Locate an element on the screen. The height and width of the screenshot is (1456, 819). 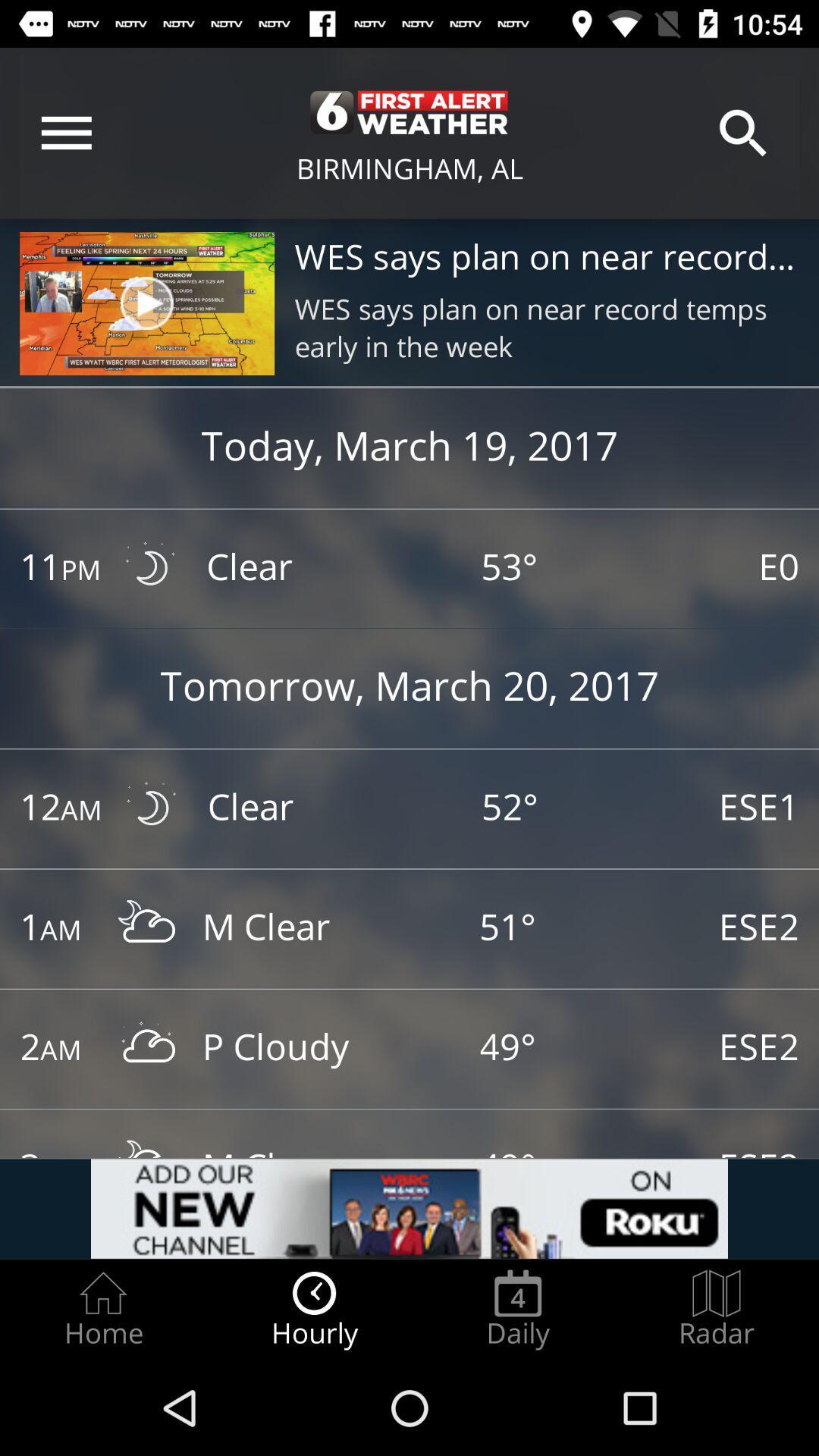
radio button to the left of hourly item is located at coordinates (102, 1309).